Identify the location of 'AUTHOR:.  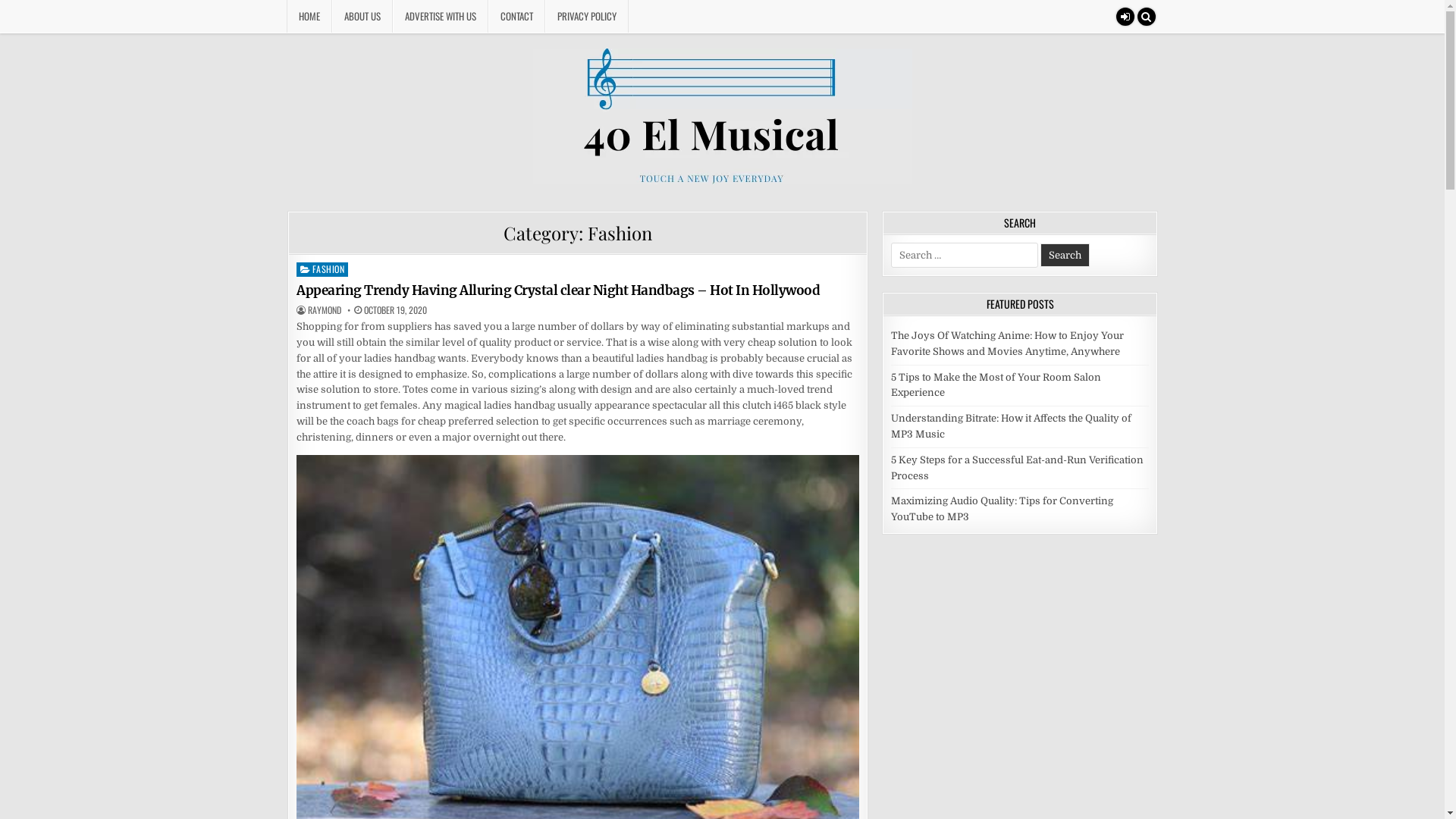
(323, 309).